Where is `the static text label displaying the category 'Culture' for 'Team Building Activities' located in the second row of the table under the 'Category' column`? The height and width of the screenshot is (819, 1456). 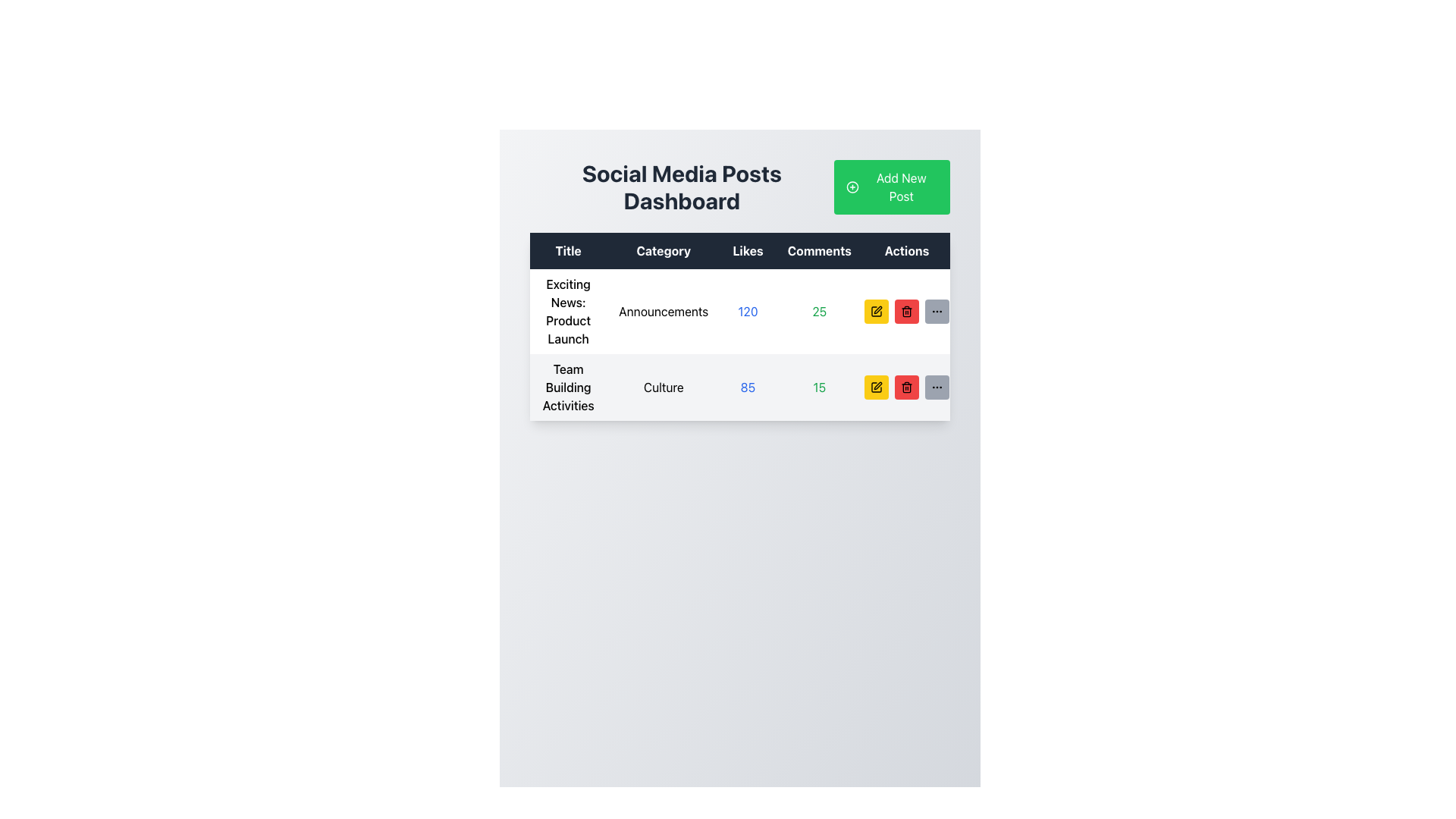 the static text label displaying the category 'Culture' for 'Team Building Activities' located in the second row of the table under the 'Category' column is located at coordinates (664, 386).